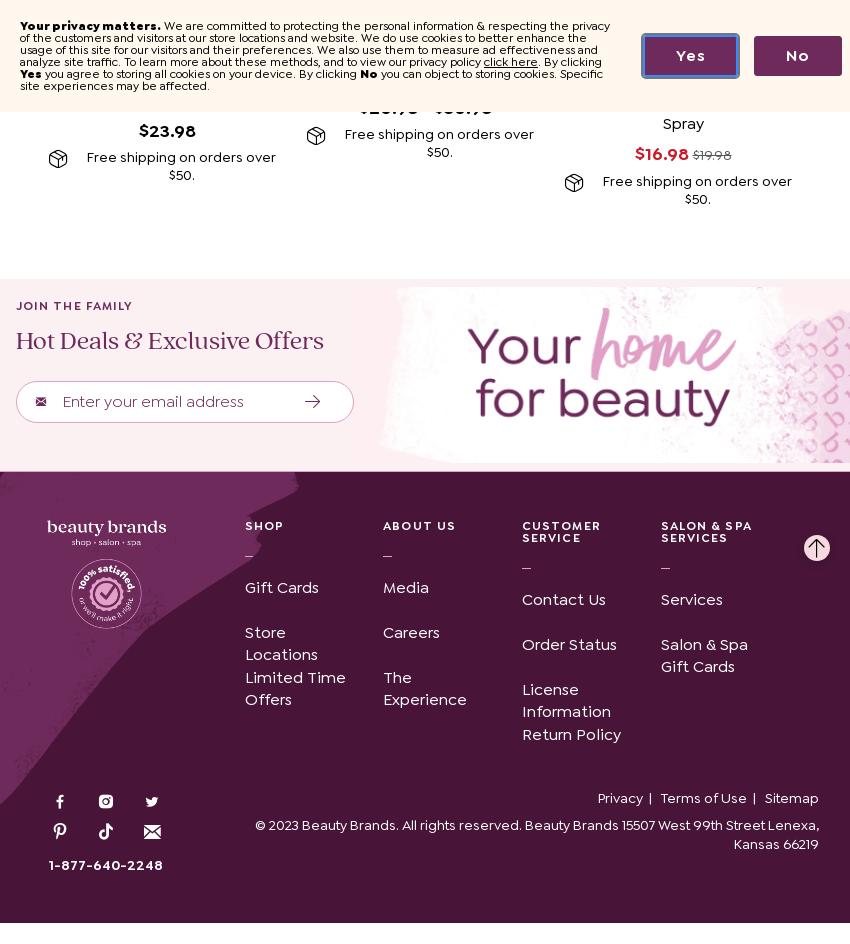  Describe the element at coordinates (702, 796) in the screenshot. I see `'Terms of Use'` at that location.